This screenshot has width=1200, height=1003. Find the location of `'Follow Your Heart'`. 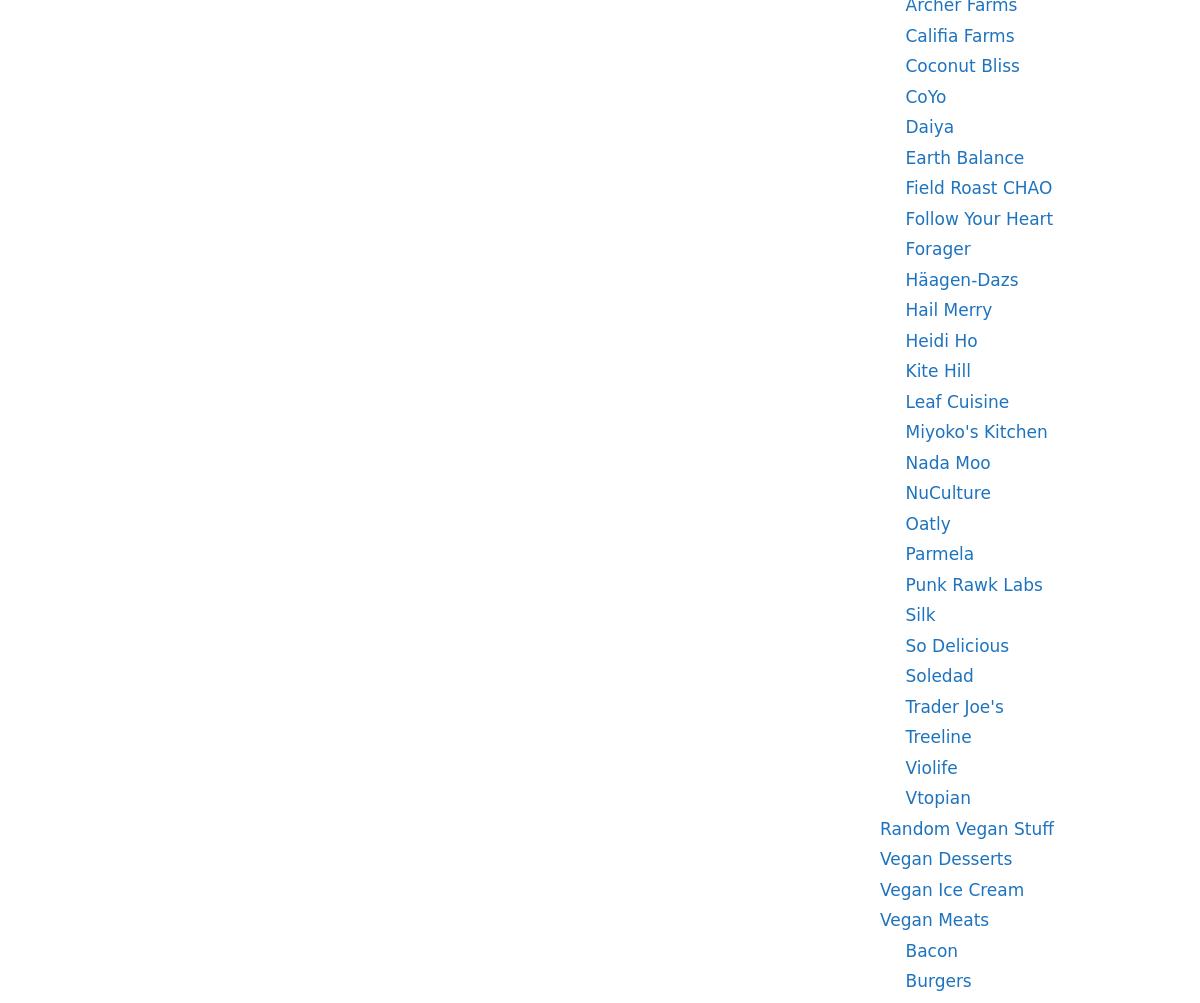

'Follow Your Heart' is located at coordinates (978, 217).